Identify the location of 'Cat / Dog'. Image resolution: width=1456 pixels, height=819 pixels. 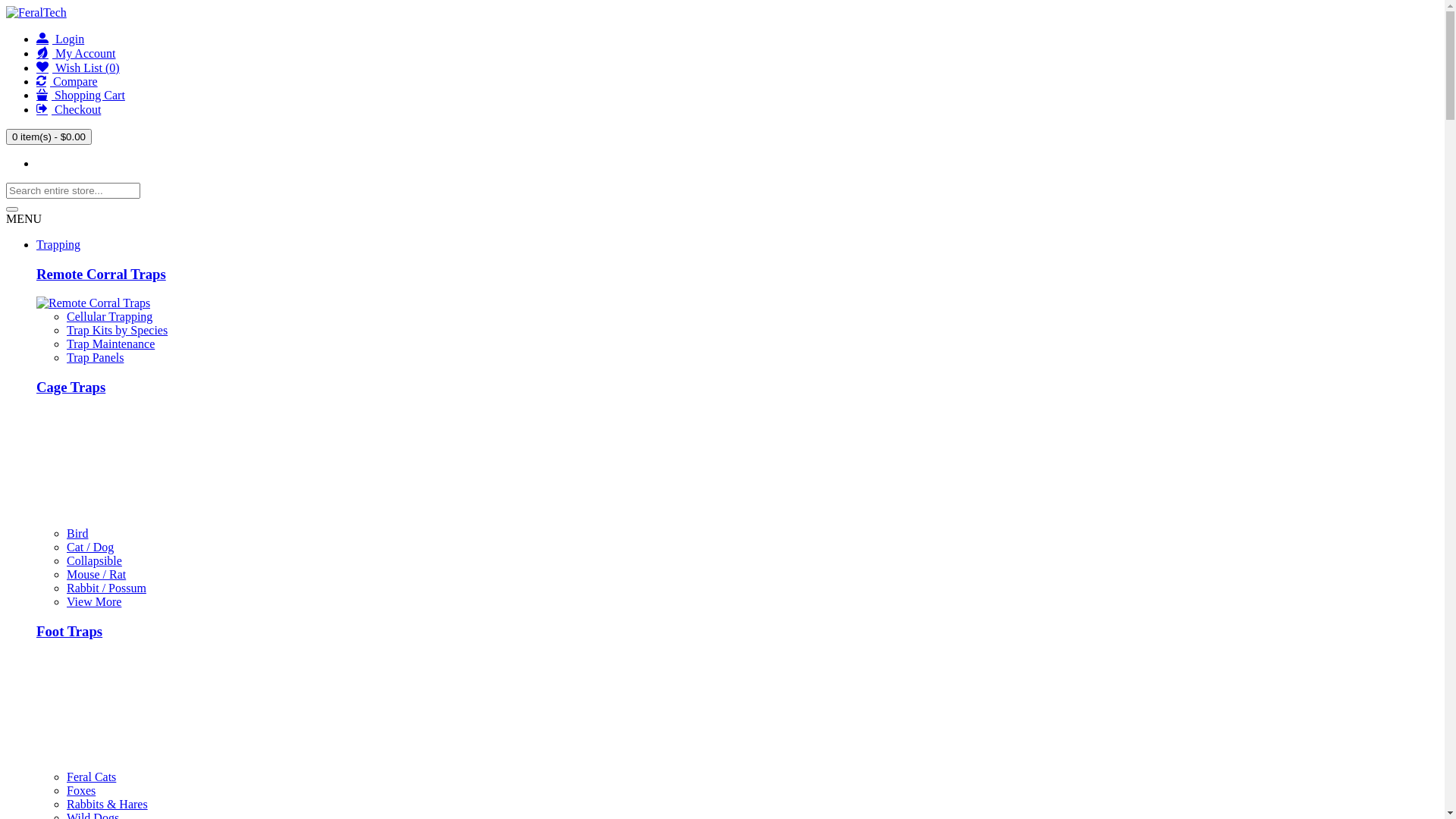
(89, 547).